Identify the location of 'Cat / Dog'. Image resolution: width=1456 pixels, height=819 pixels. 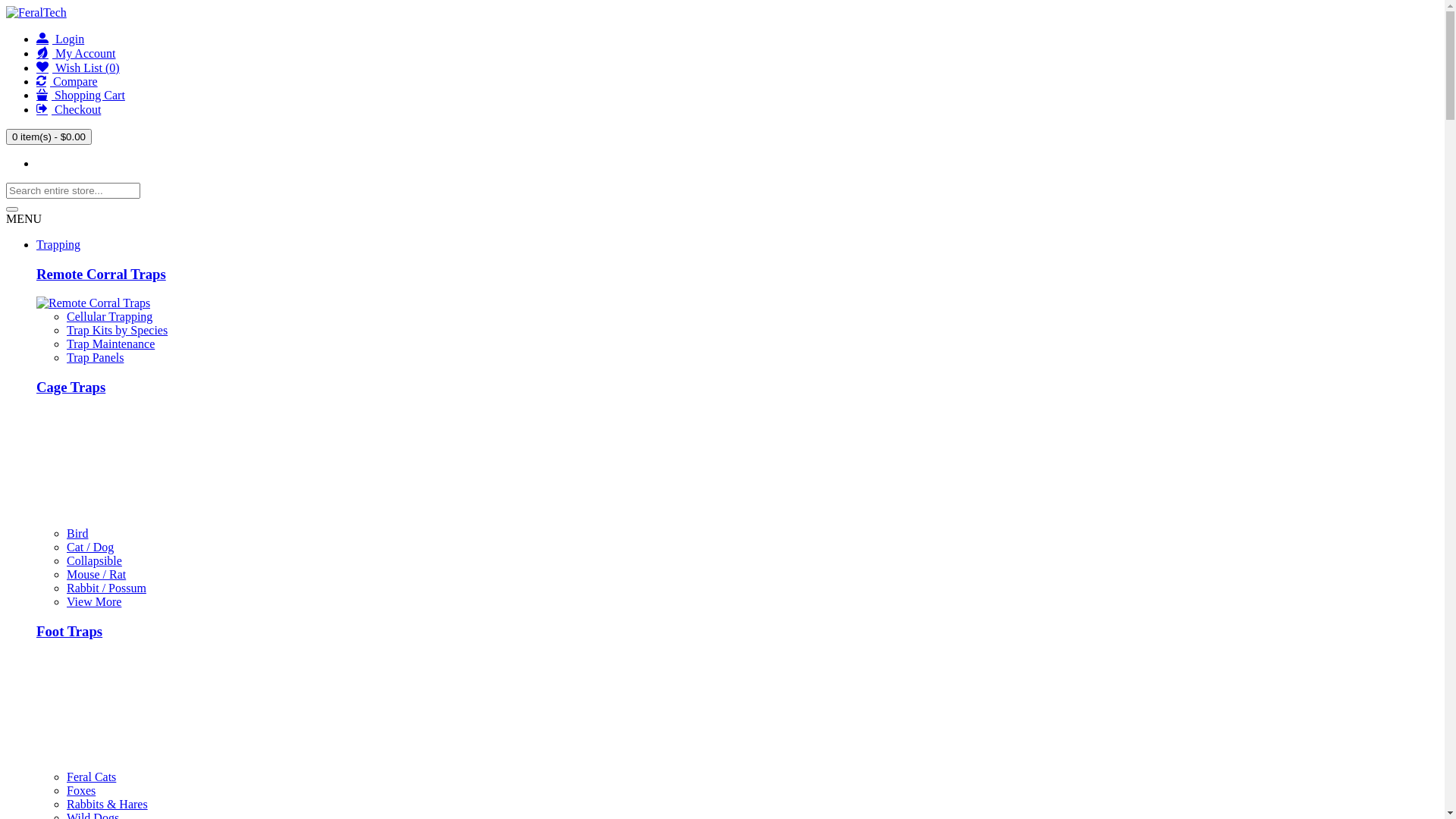
(89, 547).